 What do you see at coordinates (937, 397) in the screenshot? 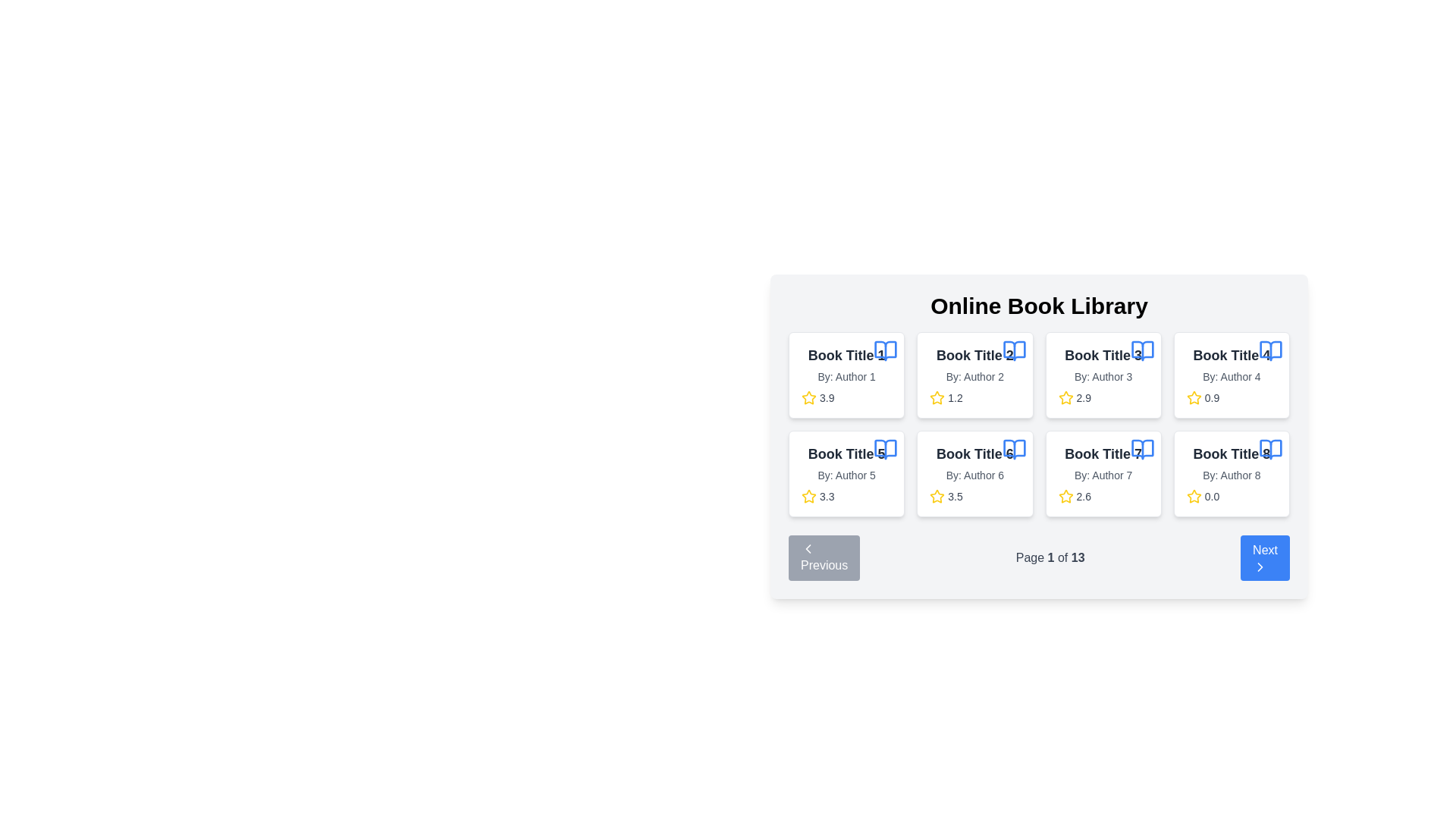
I see `the rating icon located in the second column of the book grid under 'Book Title 2' by 'Author 2', which represents the average rating of the book` at bounding box center [937, 397].